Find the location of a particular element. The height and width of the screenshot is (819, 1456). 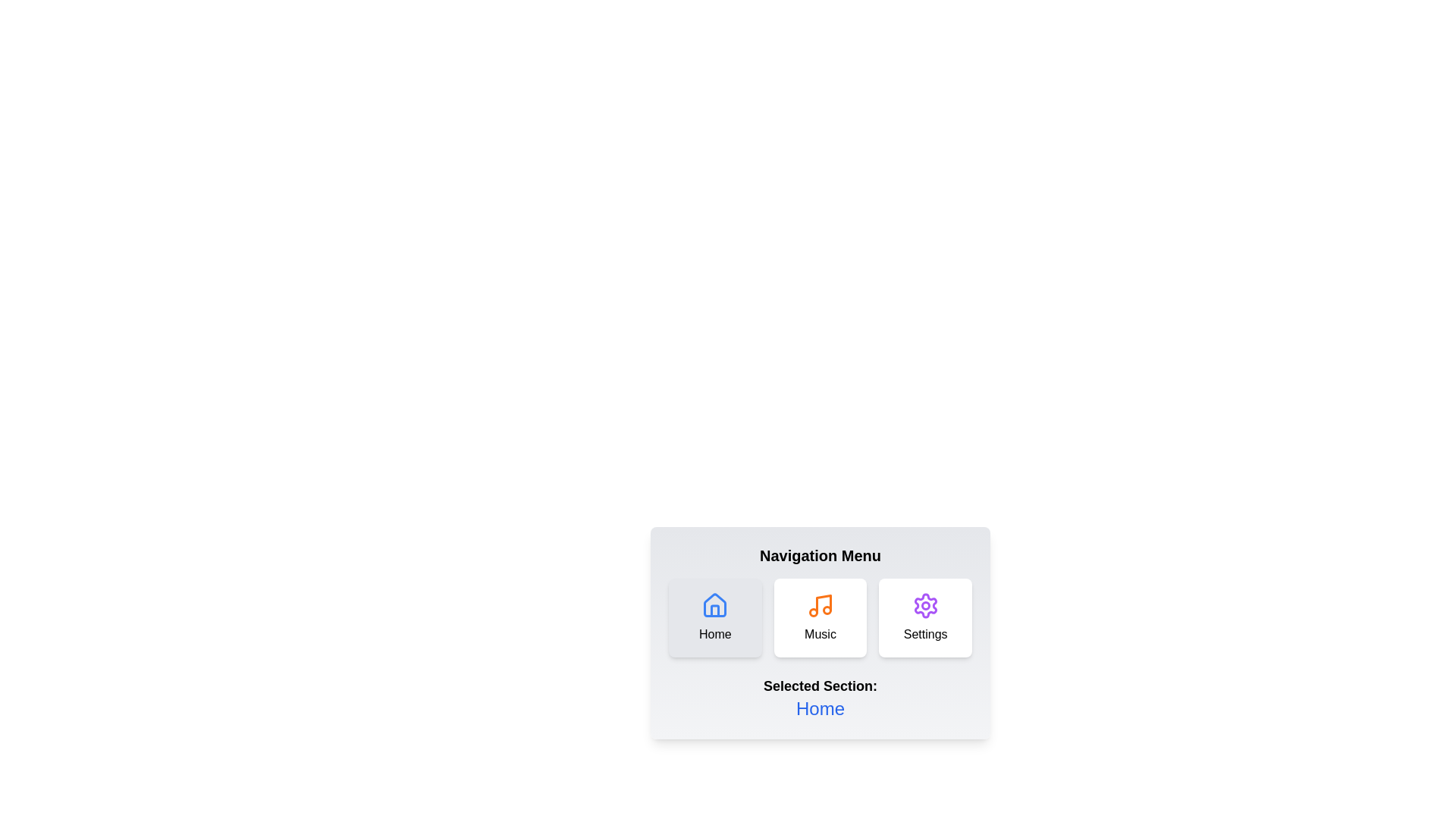

the Home button to navigate to the corresponding section is located at coordinates (714, 617).